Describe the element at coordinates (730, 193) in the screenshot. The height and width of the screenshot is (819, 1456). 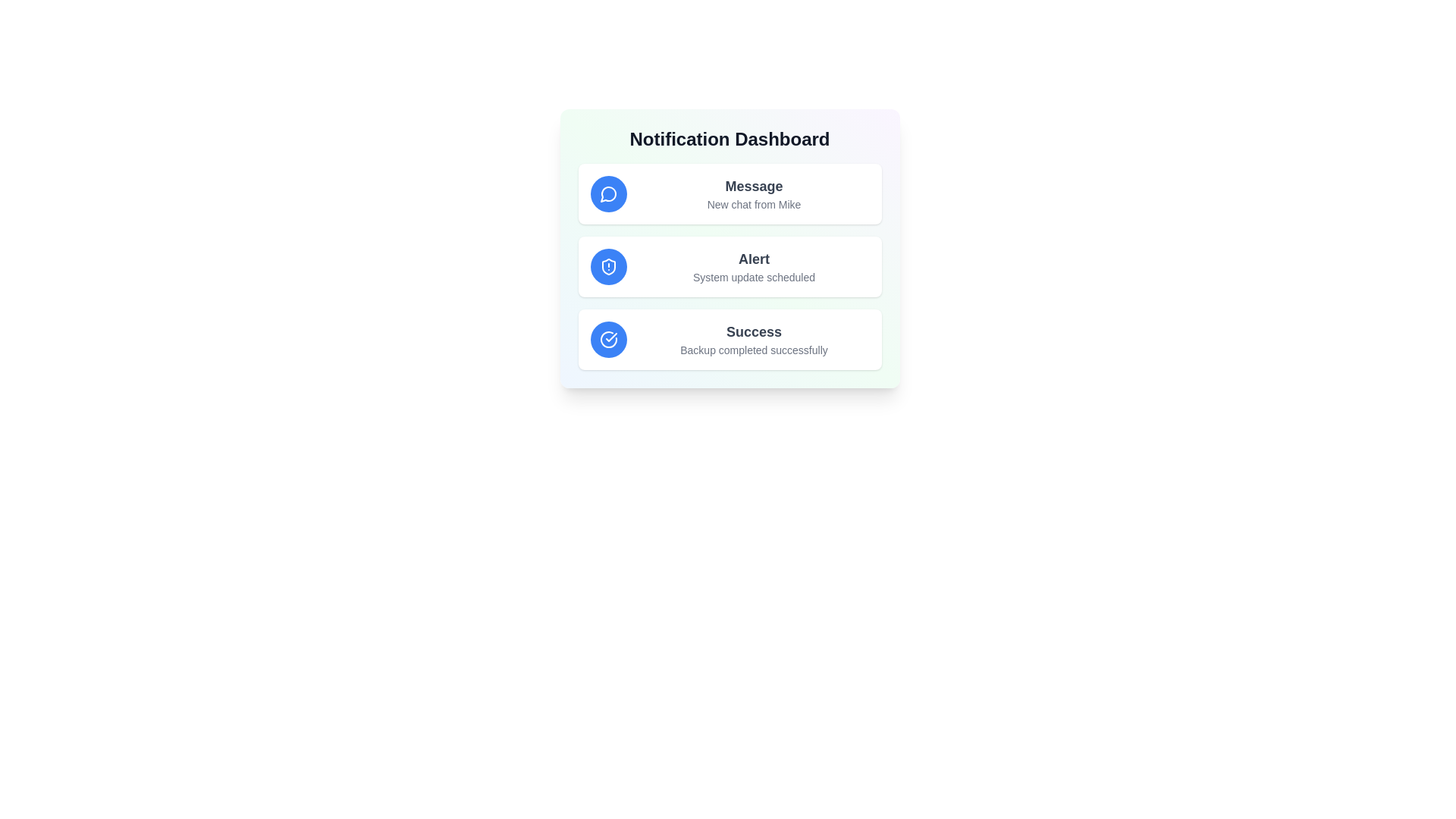
I see `the notification item Message` at that location.